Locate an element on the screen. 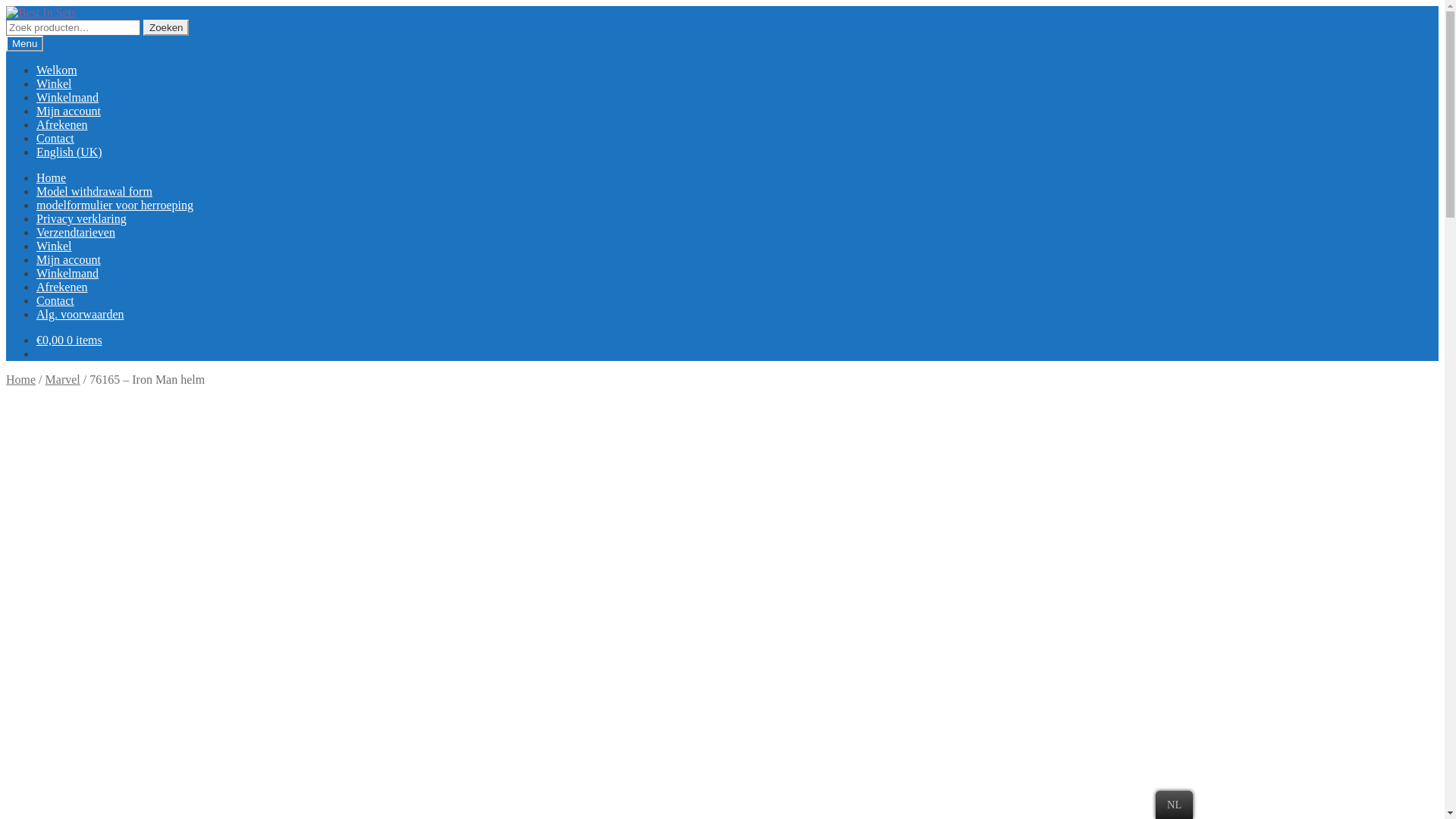 This screenshot has height=819, width=1456. 'Alg. voorwaarden' is located at coordinates (79, 313).